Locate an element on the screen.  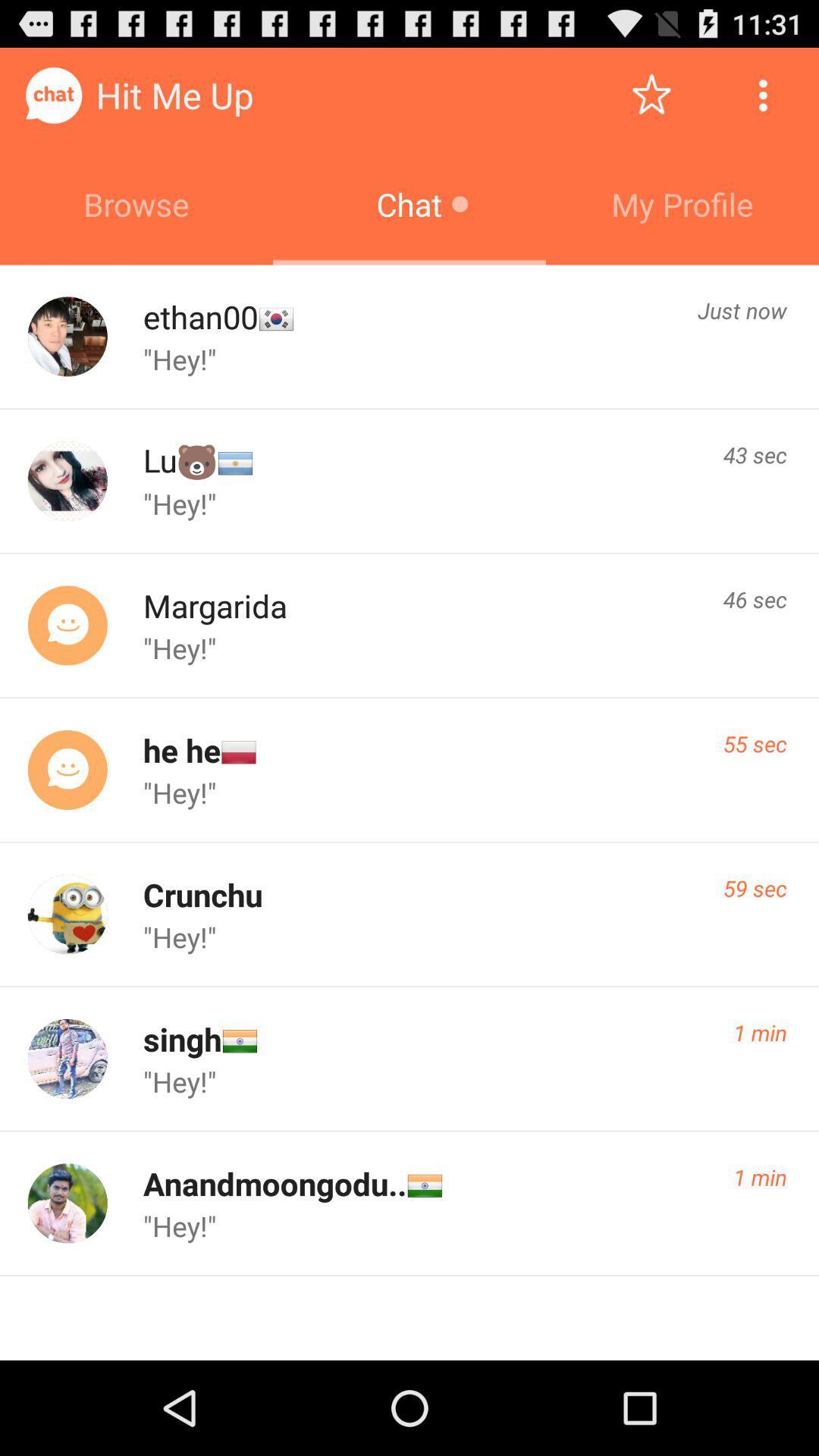
margarida app is located at coordinates (215, 604).